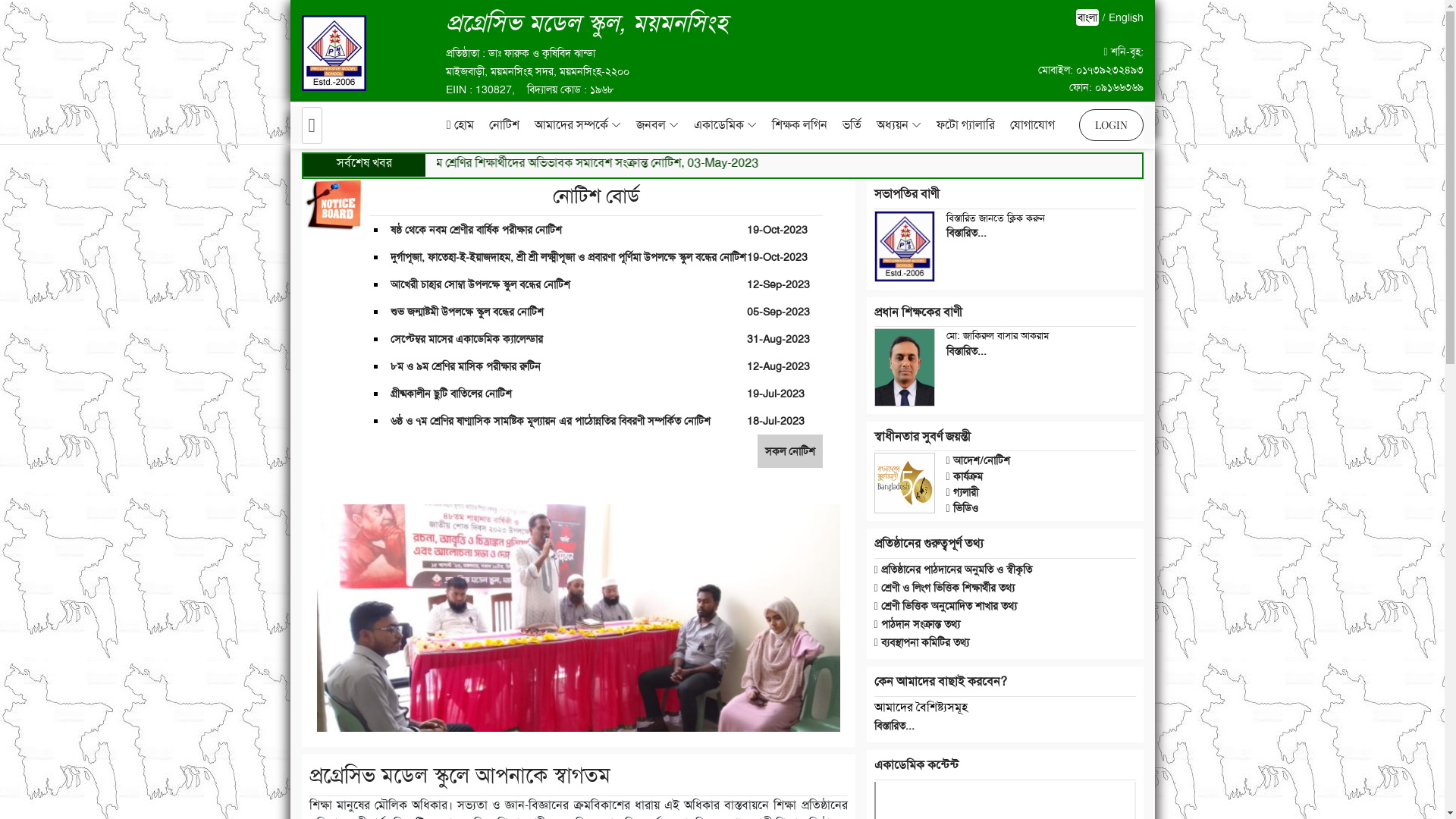 The image size is (1456, 819). What do you see at coordinates (777, 230) in the screenshot?
I see `'19-Oct-2023'` at bounding box center [777, 230].